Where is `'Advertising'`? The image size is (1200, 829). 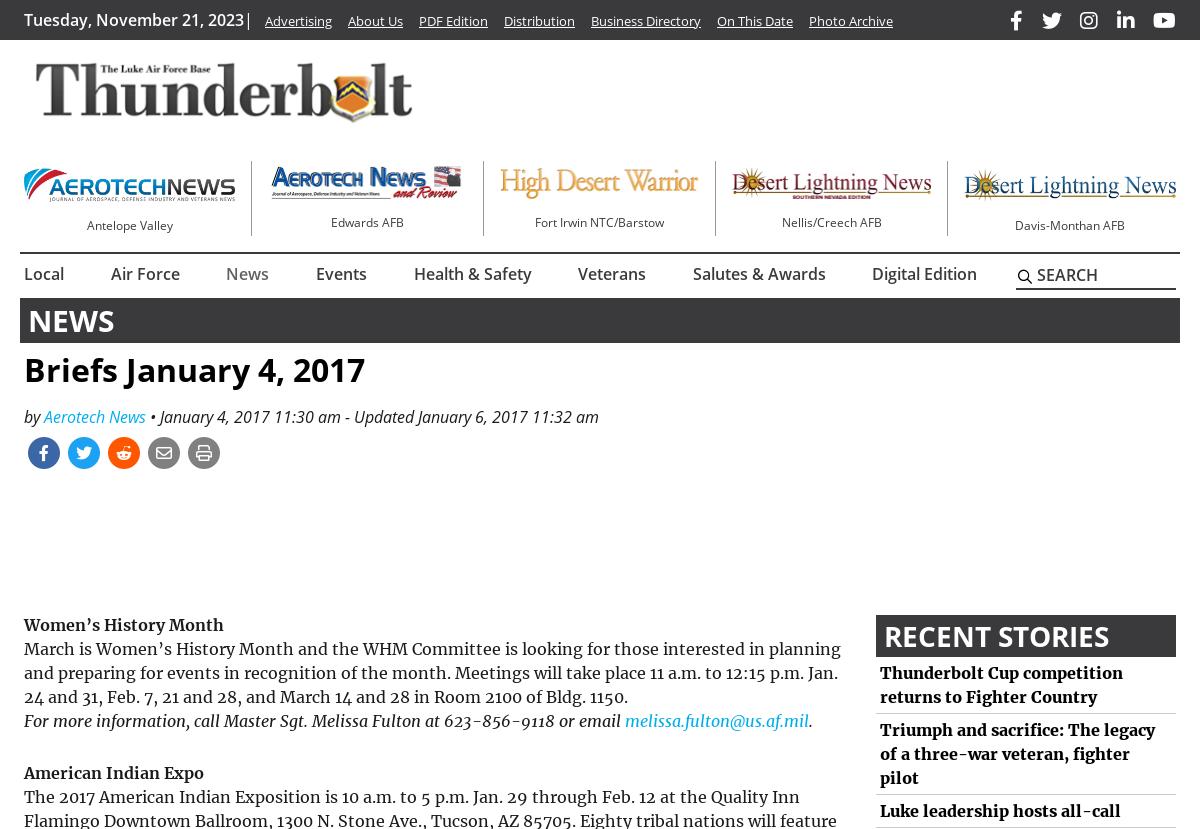 'Advertising' is located at coordinates (297, 20).